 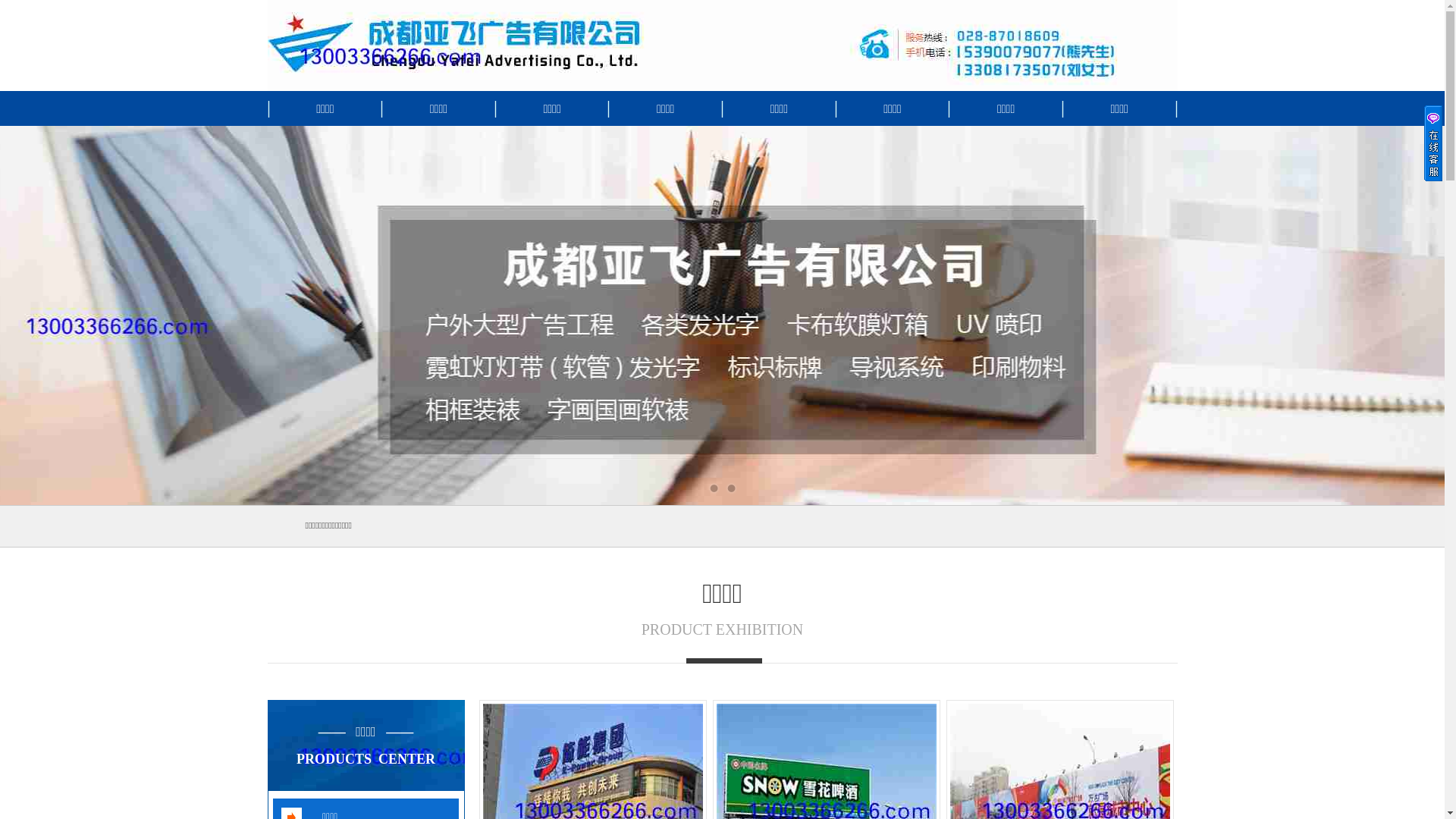 I want to click on '2', so click(x=731, y=488).